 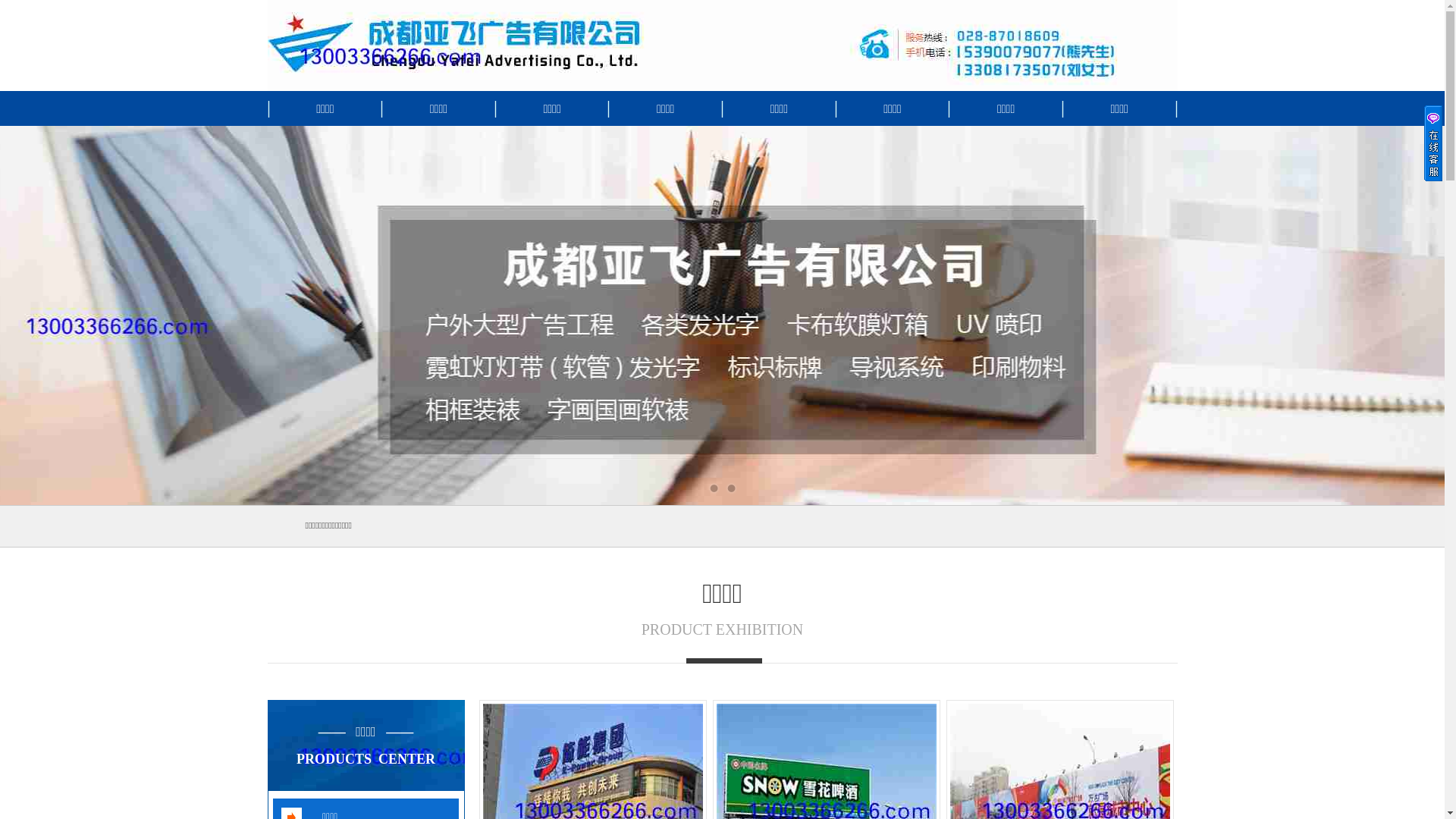 I want to click on '2', so click(x=731, y=488).